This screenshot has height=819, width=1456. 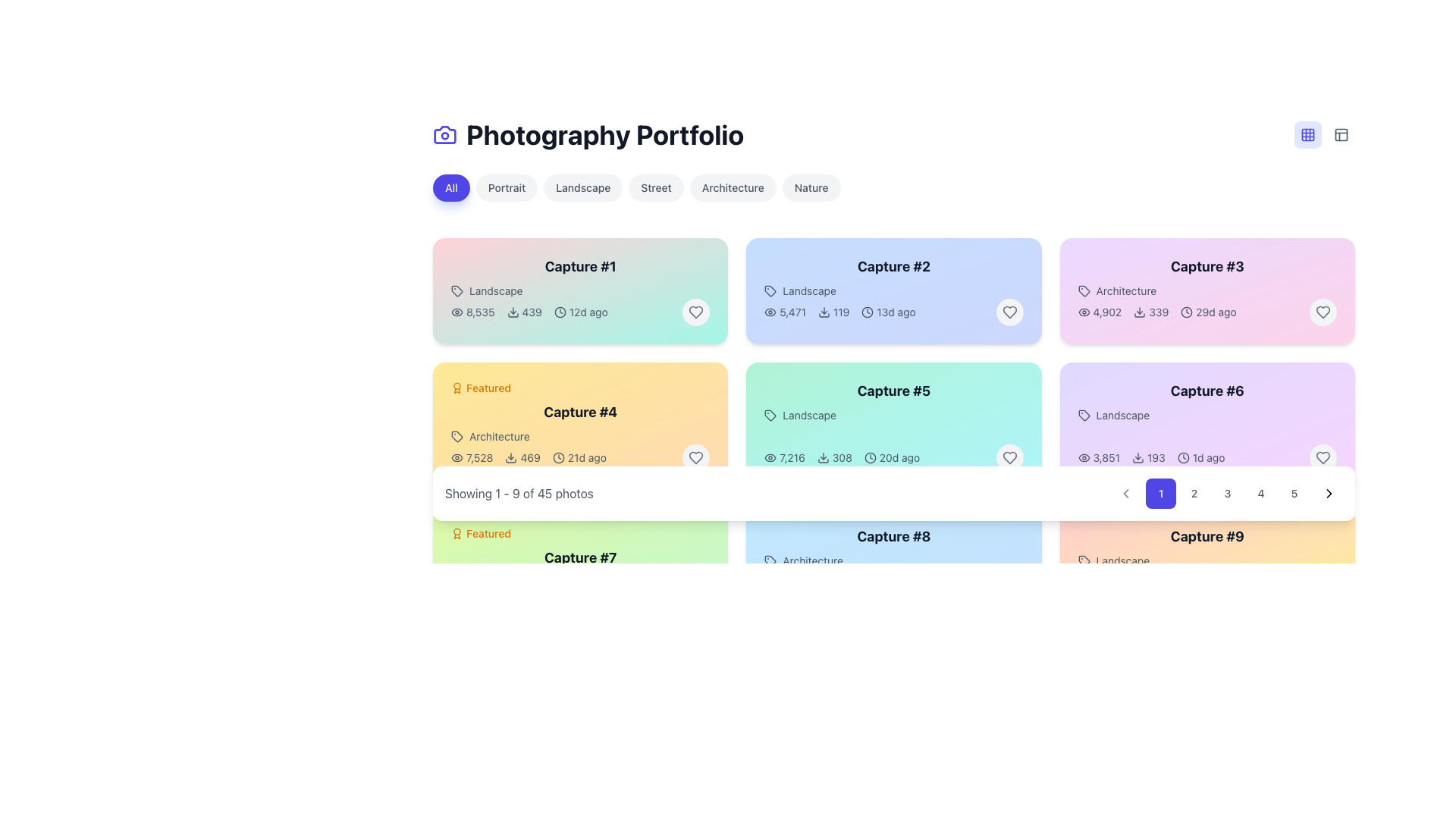 I want to click on the text label reading 'Architecture', which is styled in light gray and is positioned next to an icon on the card labeled 'Capture #8', so click(x=894, y=561).